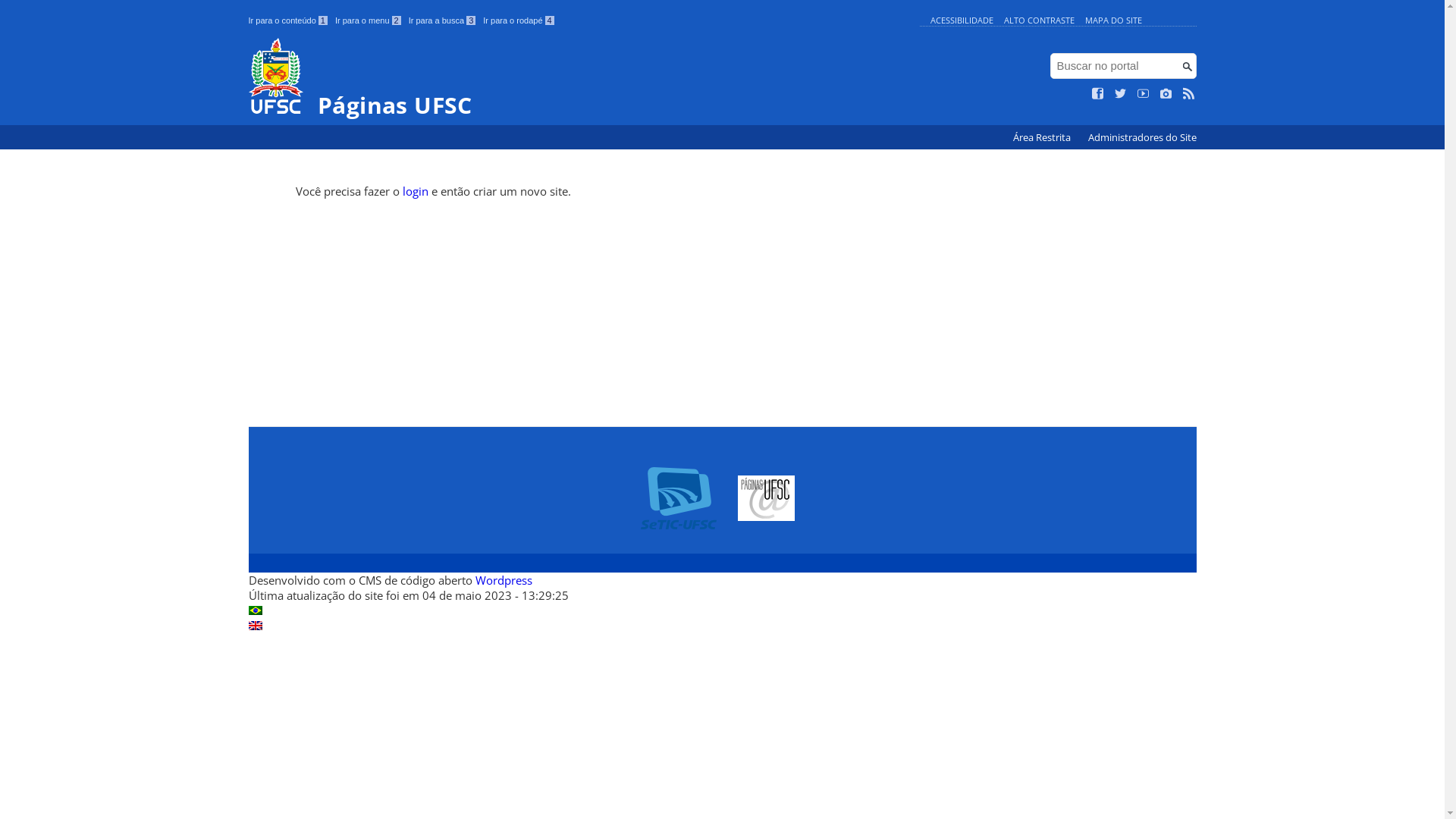  Describe the element at coordinates (1141, 137) in the screenshot. I see `'Administradores do Site'` at that location.